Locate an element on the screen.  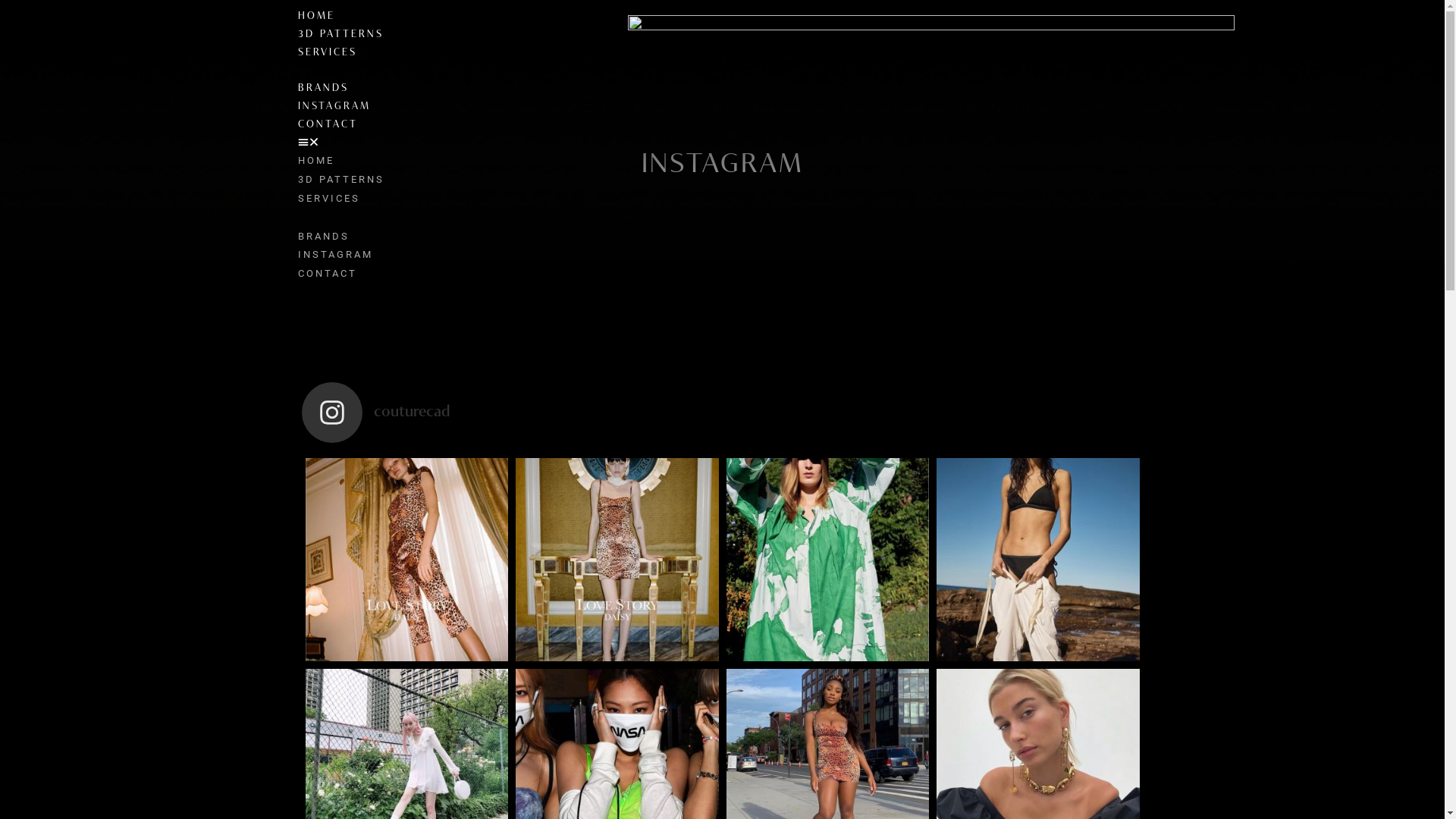
'BRANDS' is located at coordinates (297, 236).